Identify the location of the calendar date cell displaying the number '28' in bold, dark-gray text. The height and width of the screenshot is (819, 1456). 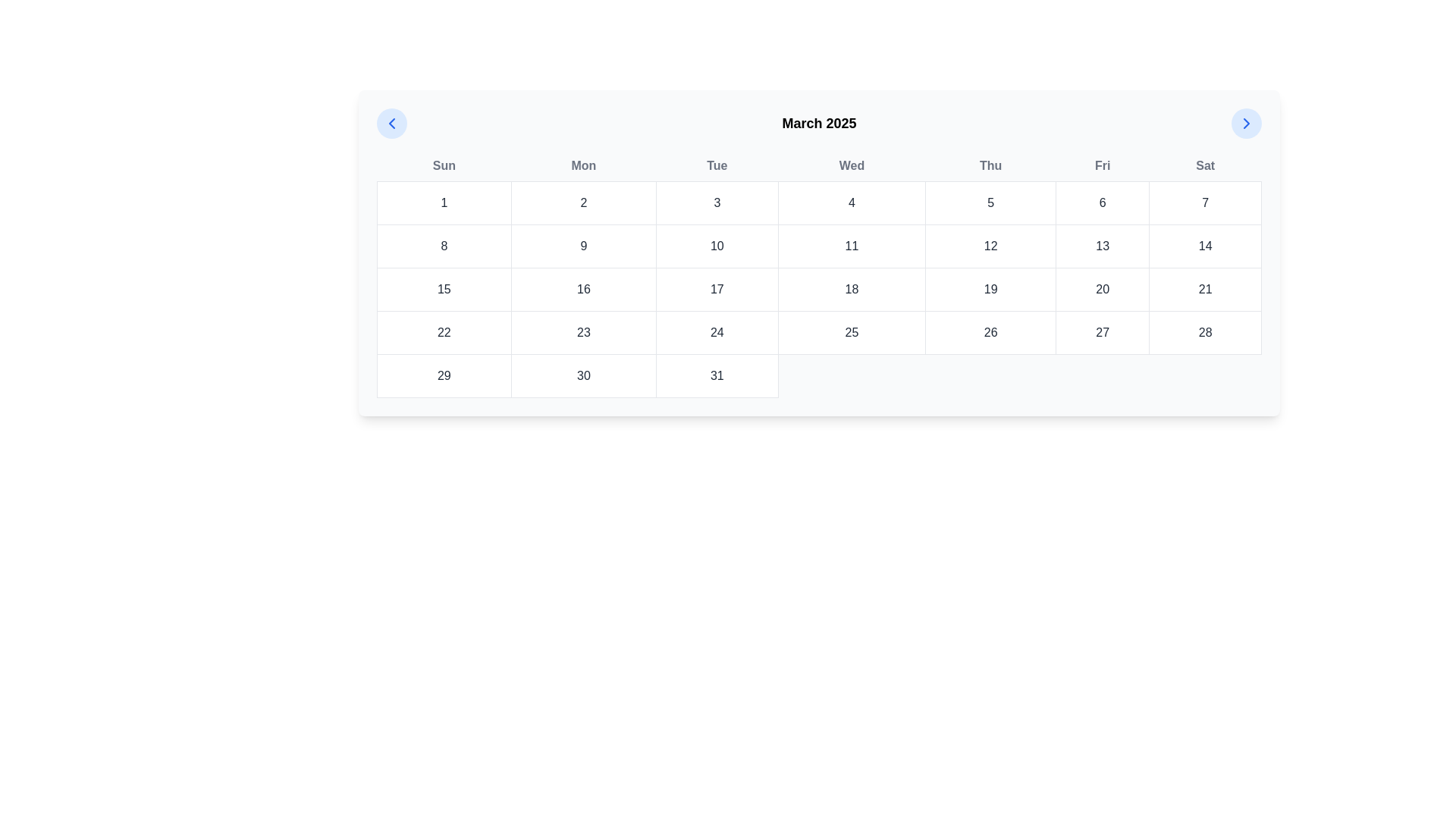
(1204, 332).